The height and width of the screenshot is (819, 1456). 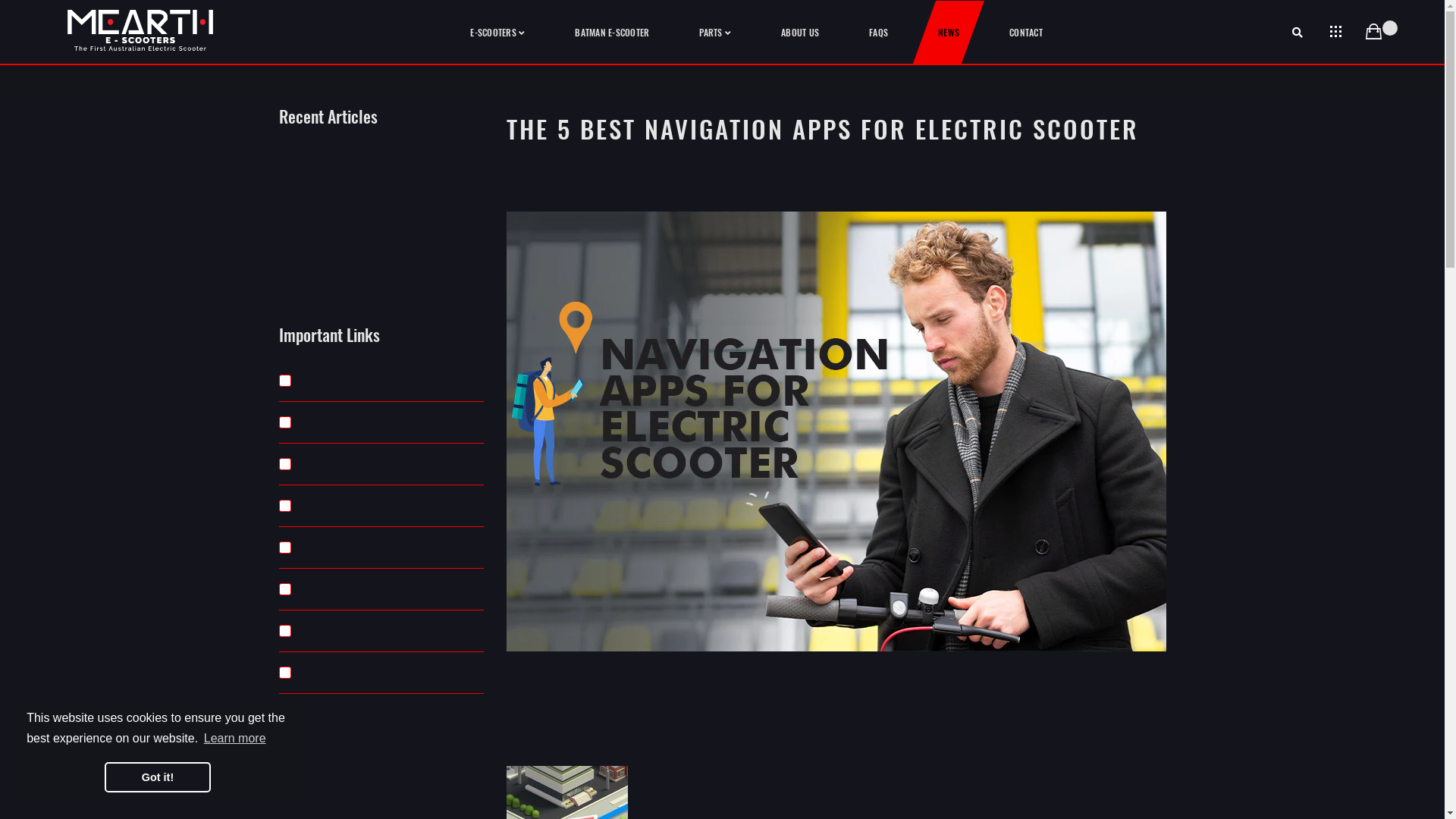 What do you see at coordinates (878, 32) in the screenshot?
I see `'FAQS'` at bounding box center [878, 32].